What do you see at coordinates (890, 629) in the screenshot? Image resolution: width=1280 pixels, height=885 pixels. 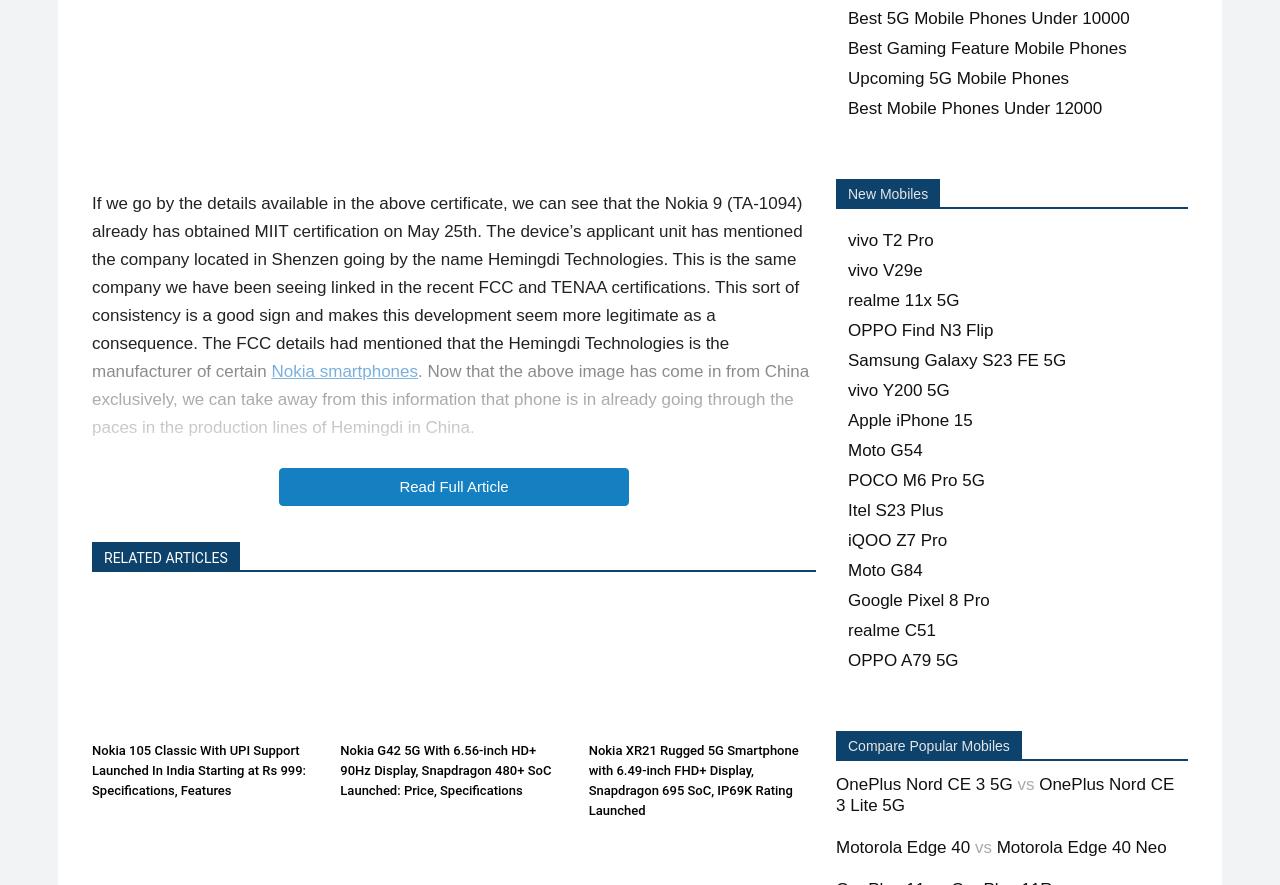 I see `'realme C51'` at bounding box center [890, 629].